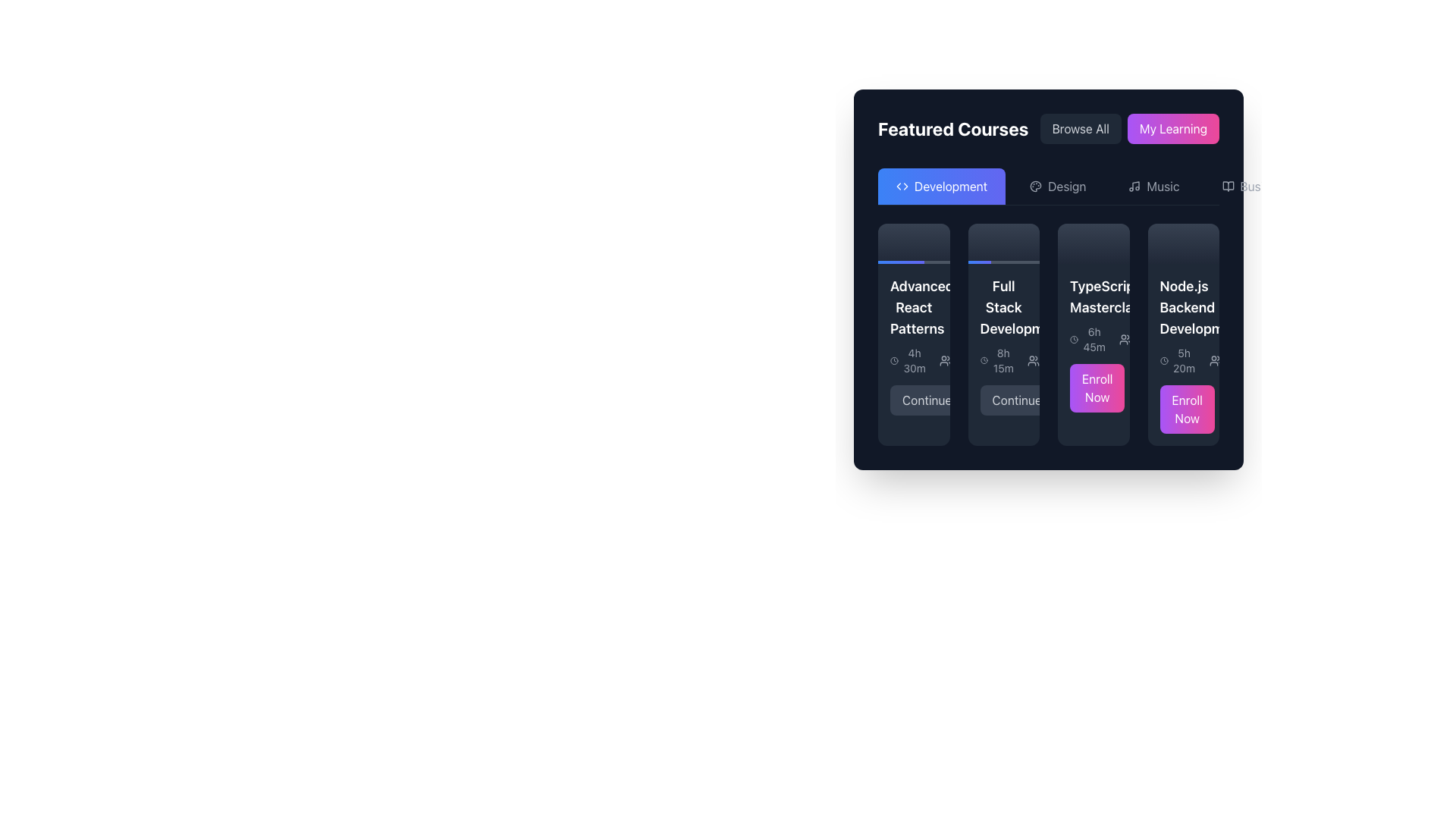  Describe the element at coordinates (913, 262) in the screenshot. I see `the progress bar located at the bottom of the card component, which is a narrow horizontal bar with a gray background and a gradient blue to indigo color indicating progress` at that location.